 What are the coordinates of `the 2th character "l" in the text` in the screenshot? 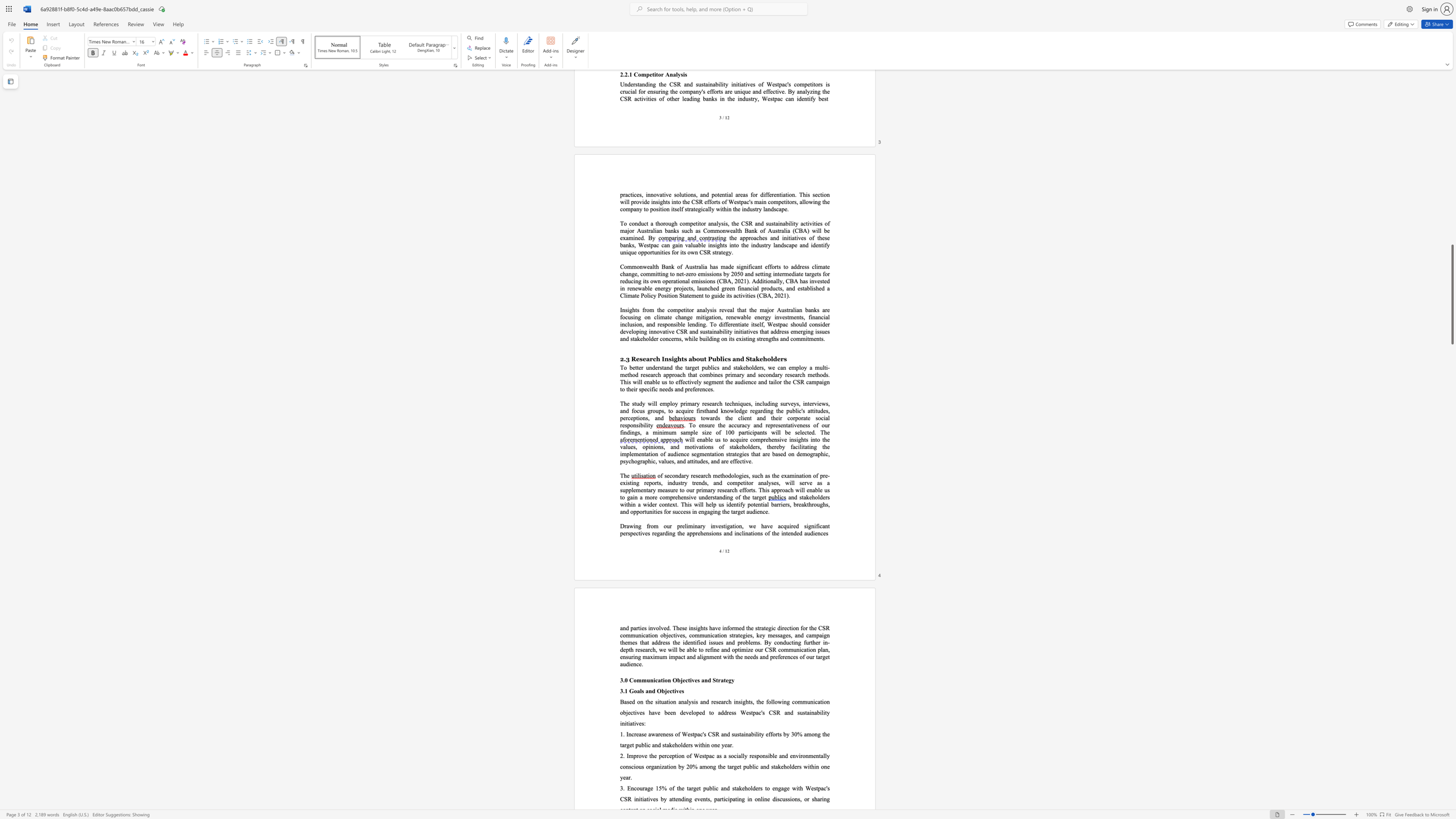 It's located at (748, 447).